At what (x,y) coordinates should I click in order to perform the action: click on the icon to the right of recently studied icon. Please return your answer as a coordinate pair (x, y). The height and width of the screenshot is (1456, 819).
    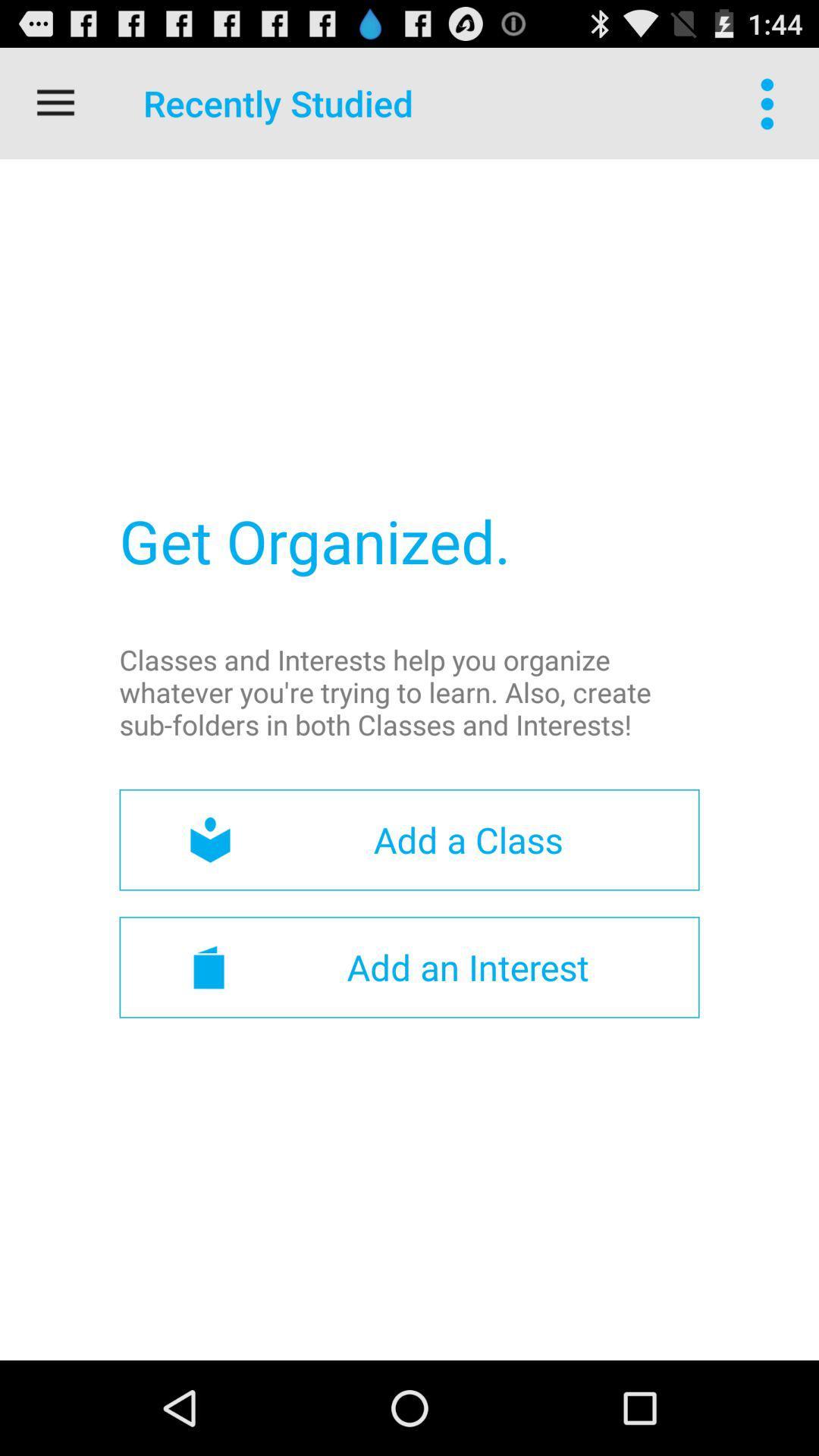
    Looking at the image, I should click on (771, 102).